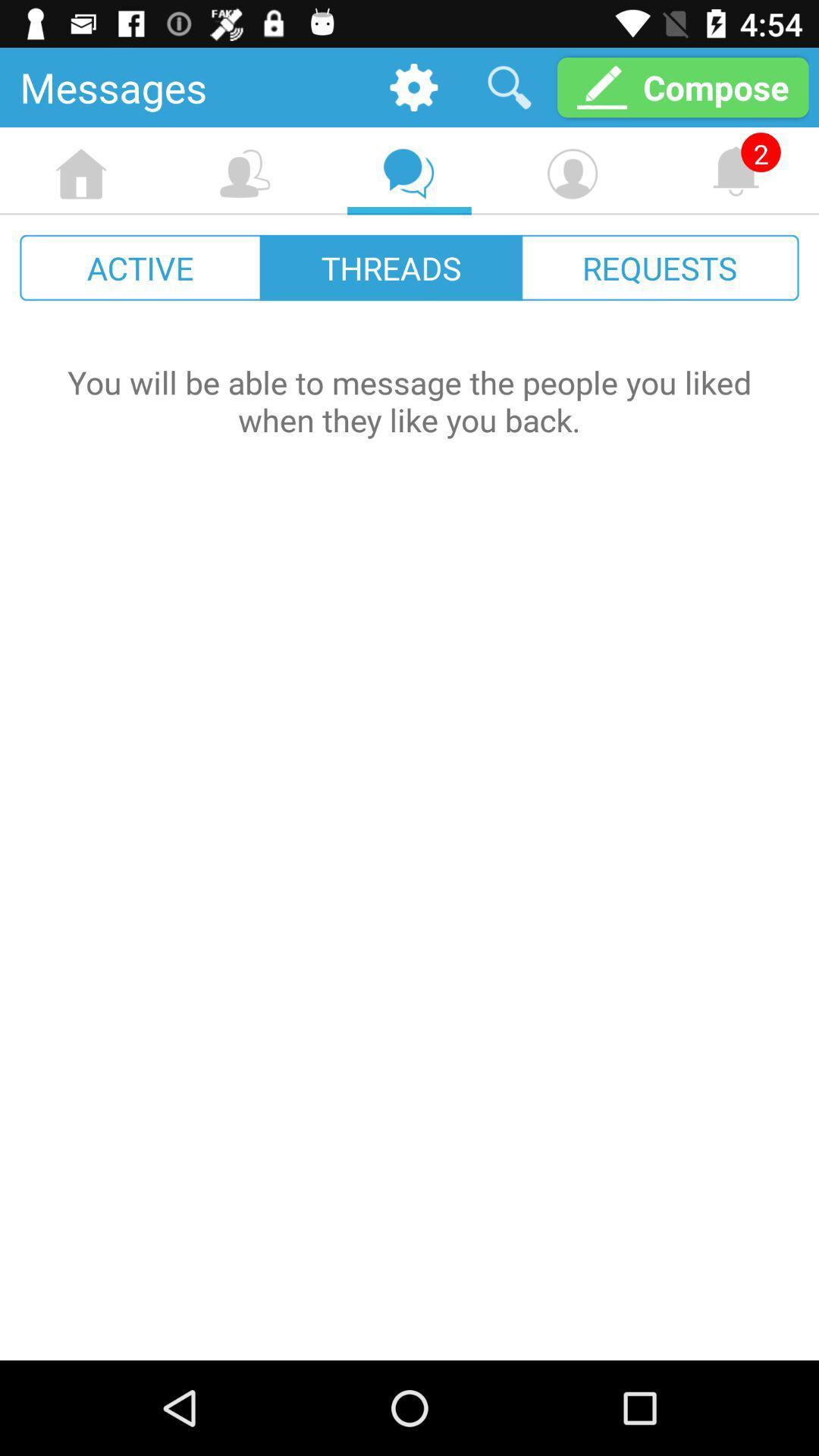 The width and height of the screenshot is (819, 1456). Describe the element at coordinates (391, 268) in the screenshot. I see `icon next to the requests` at that location.